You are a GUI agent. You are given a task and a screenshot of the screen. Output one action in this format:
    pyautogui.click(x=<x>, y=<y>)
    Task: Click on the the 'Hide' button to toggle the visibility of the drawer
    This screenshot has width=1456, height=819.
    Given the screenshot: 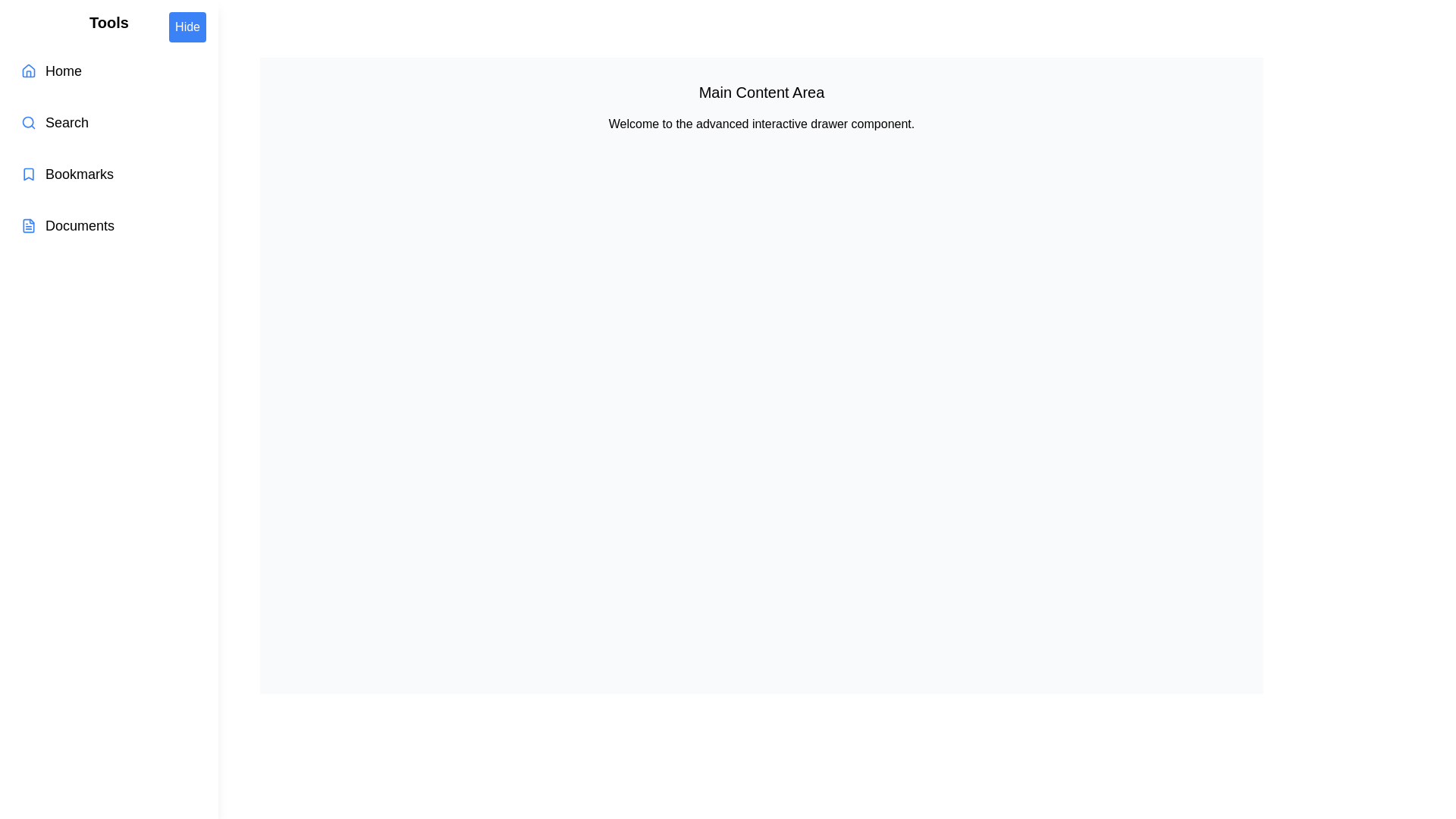 What is the action you would take?
    pyautogui.click(x=186, y=27)
    